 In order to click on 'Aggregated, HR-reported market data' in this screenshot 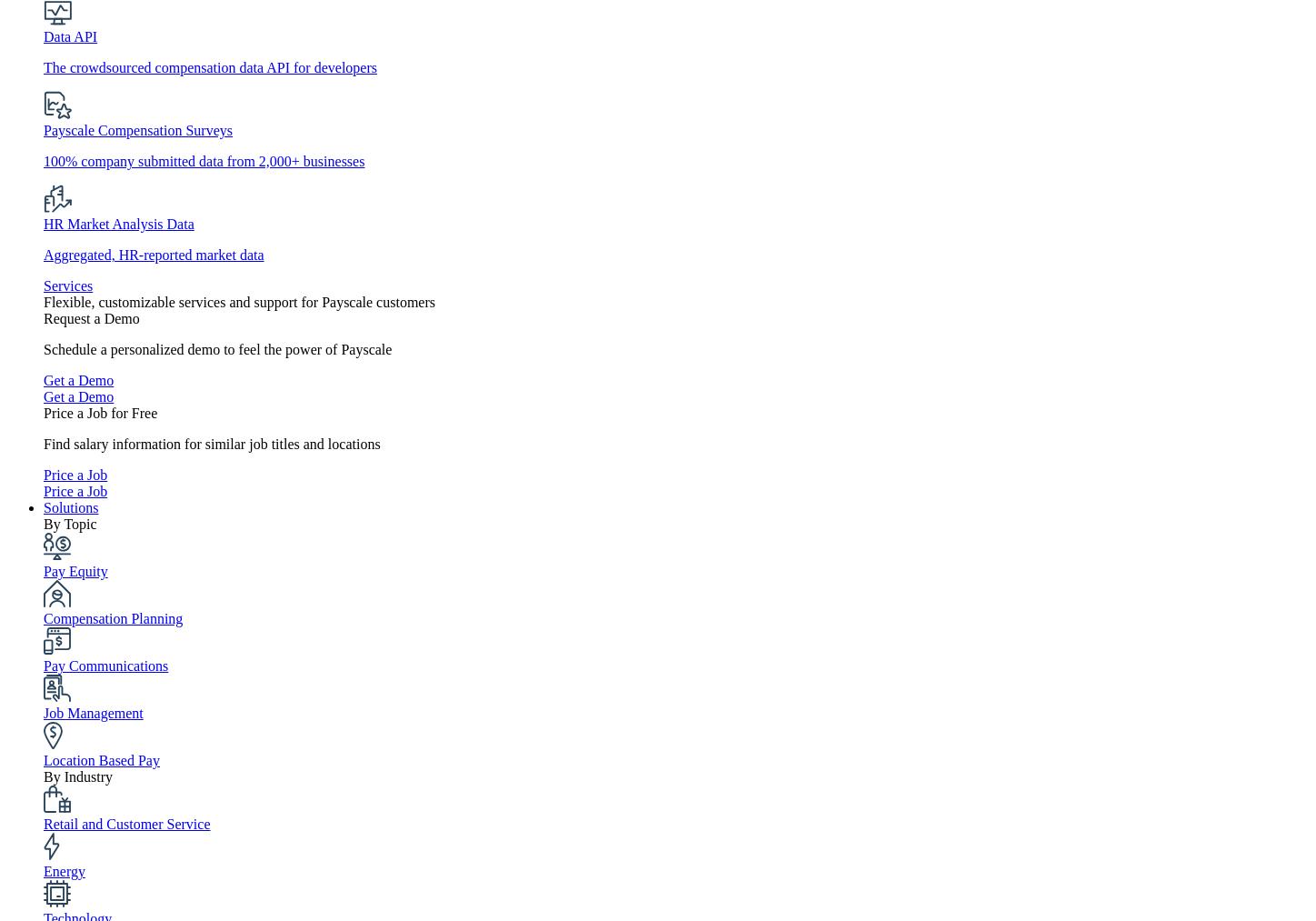, I will do `click(152, 254)`.